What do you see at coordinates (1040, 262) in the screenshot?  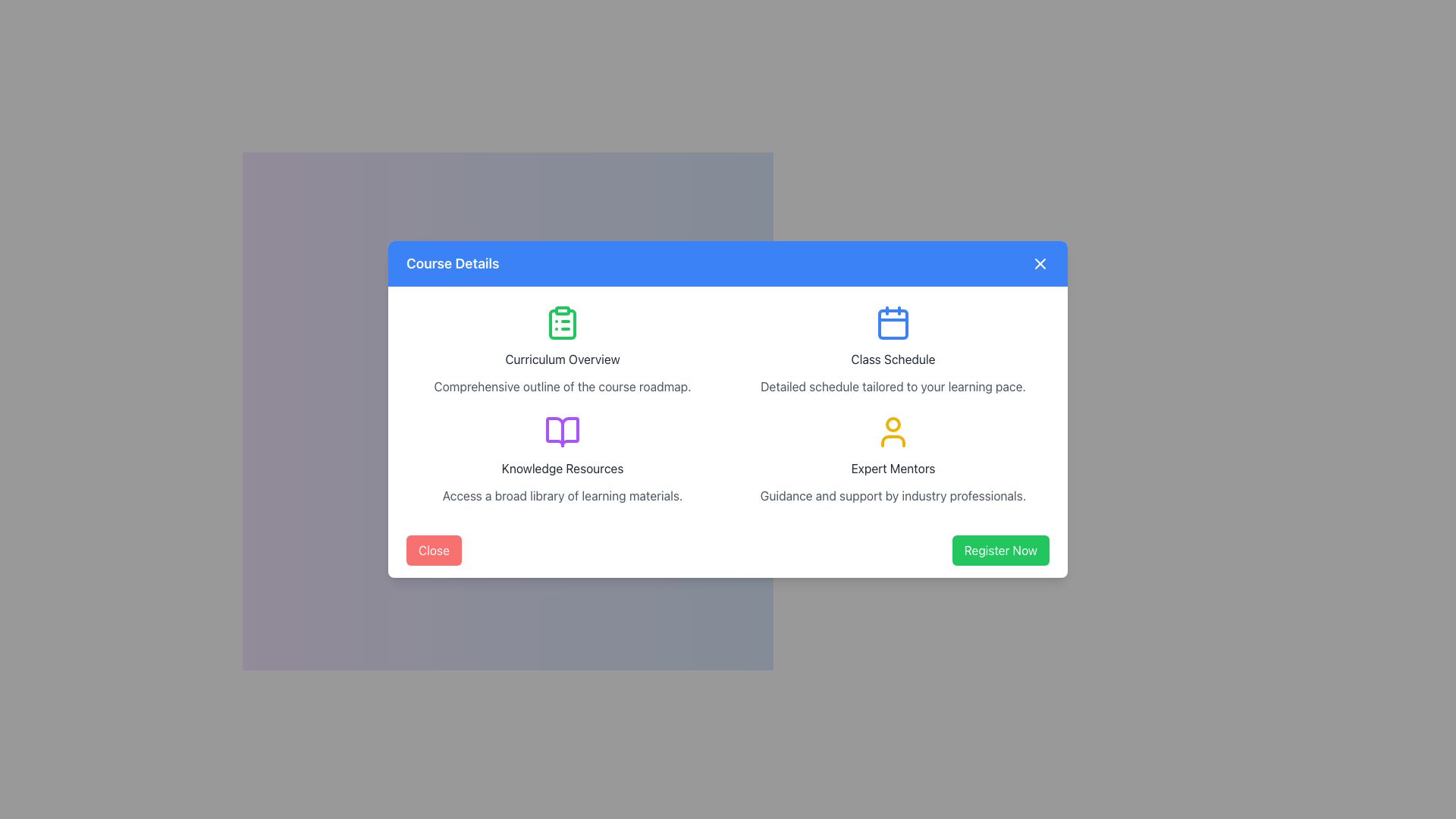 I see `the 'X' icon element` at bounding box center [1040, 262].